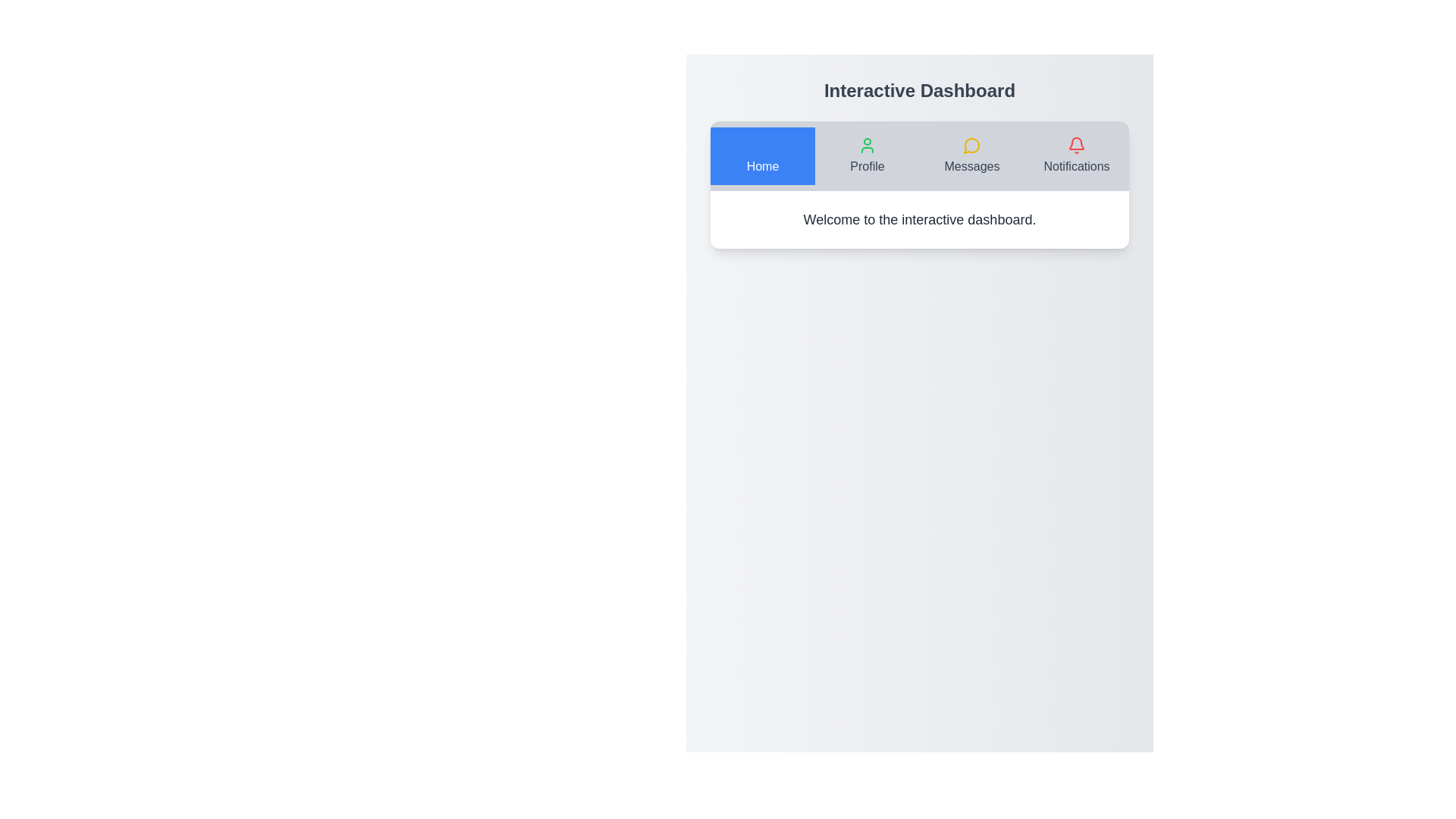 The height and width of the screenshot is (819, 1456). I want to click on the 'Home' text label, which is part of the navigation menu, displayed in white font on a blue background, so click(763, 166).